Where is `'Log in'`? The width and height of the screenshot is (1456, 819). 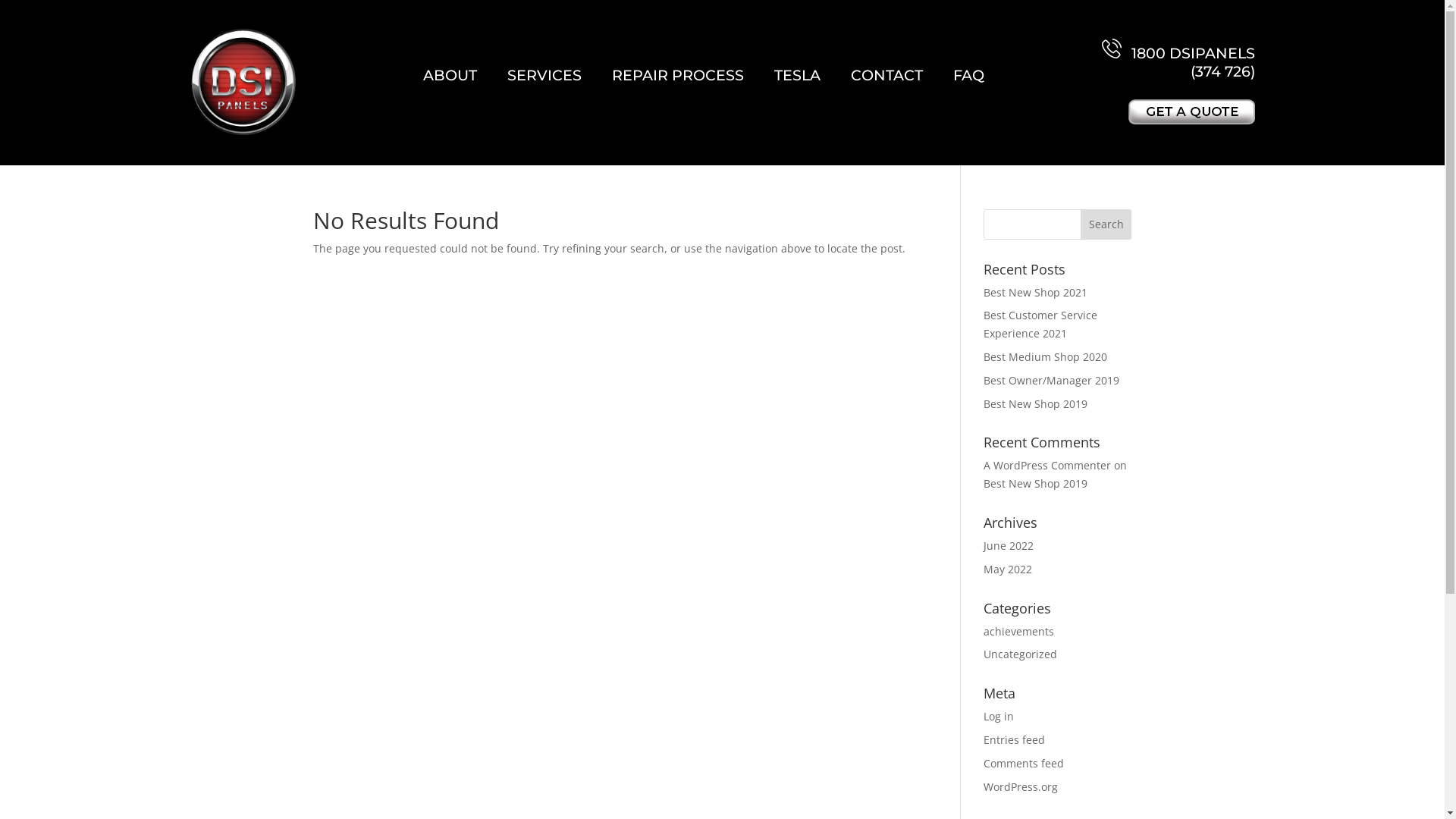
'Log in' is located at coordinates (998, 716).